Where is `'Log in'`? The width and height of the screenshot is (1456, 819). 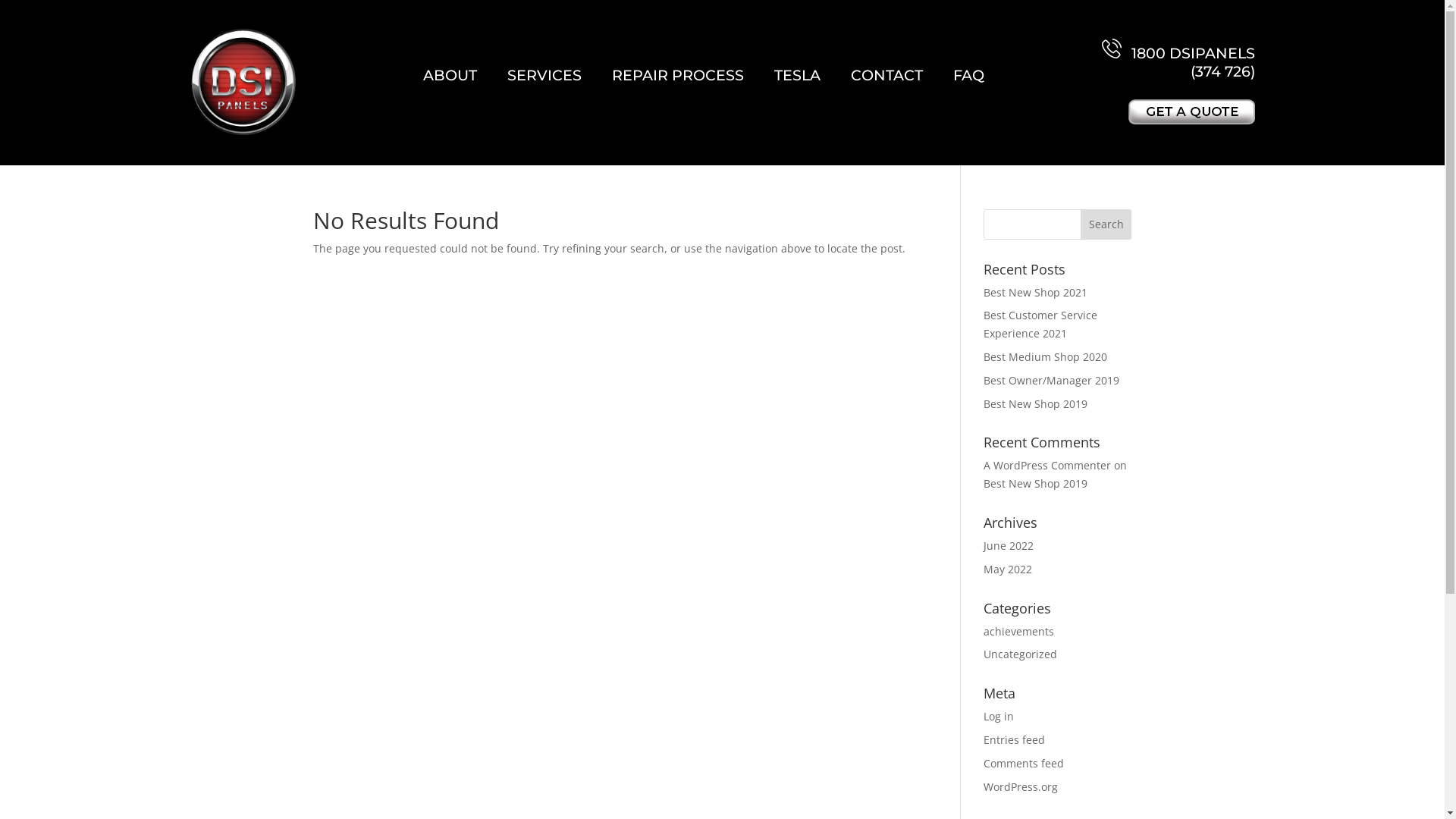
'Log in' is located at coordinates (998, 716).